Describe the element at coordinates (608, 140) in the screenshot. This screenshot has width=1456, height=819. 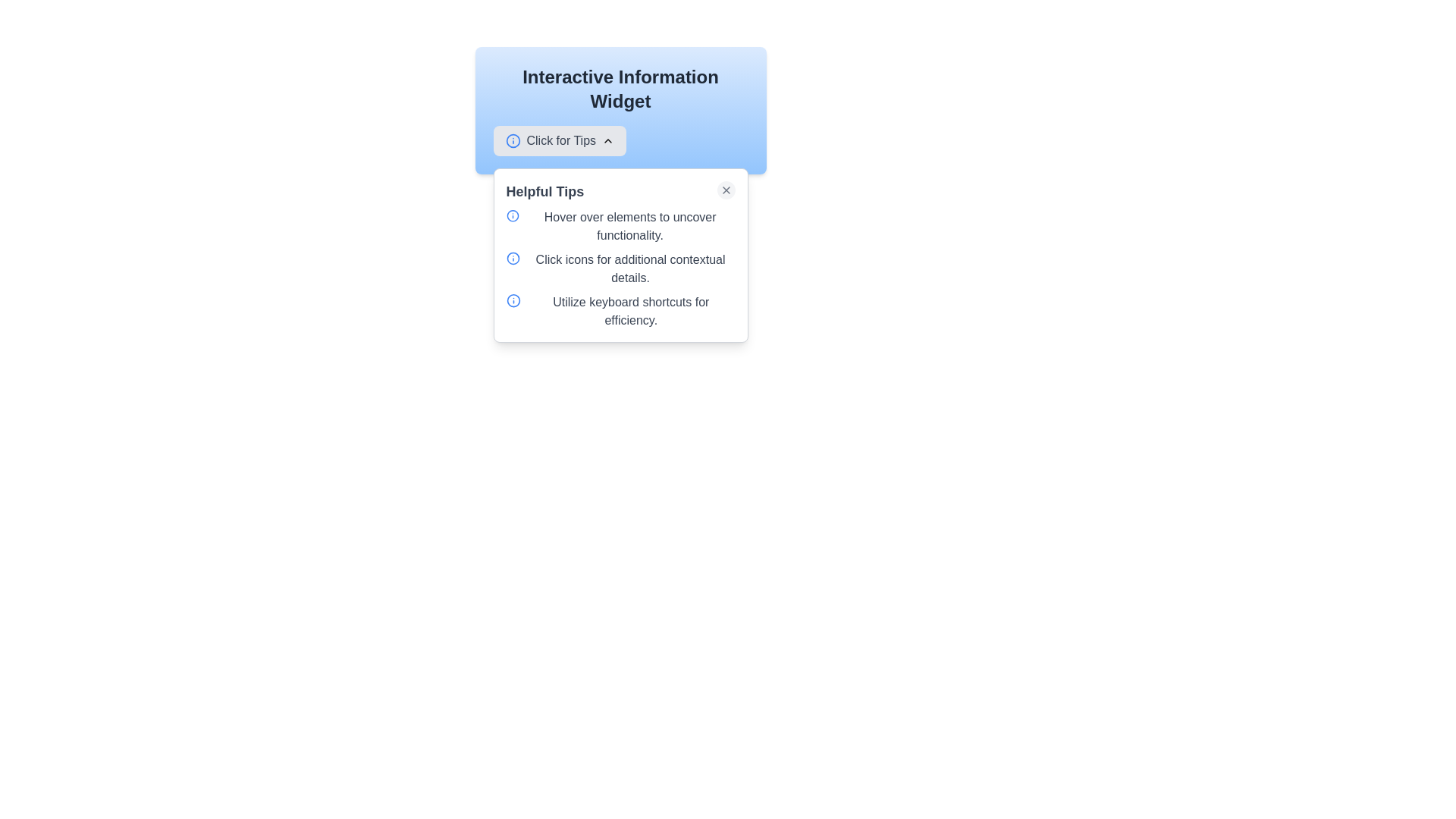
I see `the chevron up icon, which is part of the 'Click for Tips' button` at that location.